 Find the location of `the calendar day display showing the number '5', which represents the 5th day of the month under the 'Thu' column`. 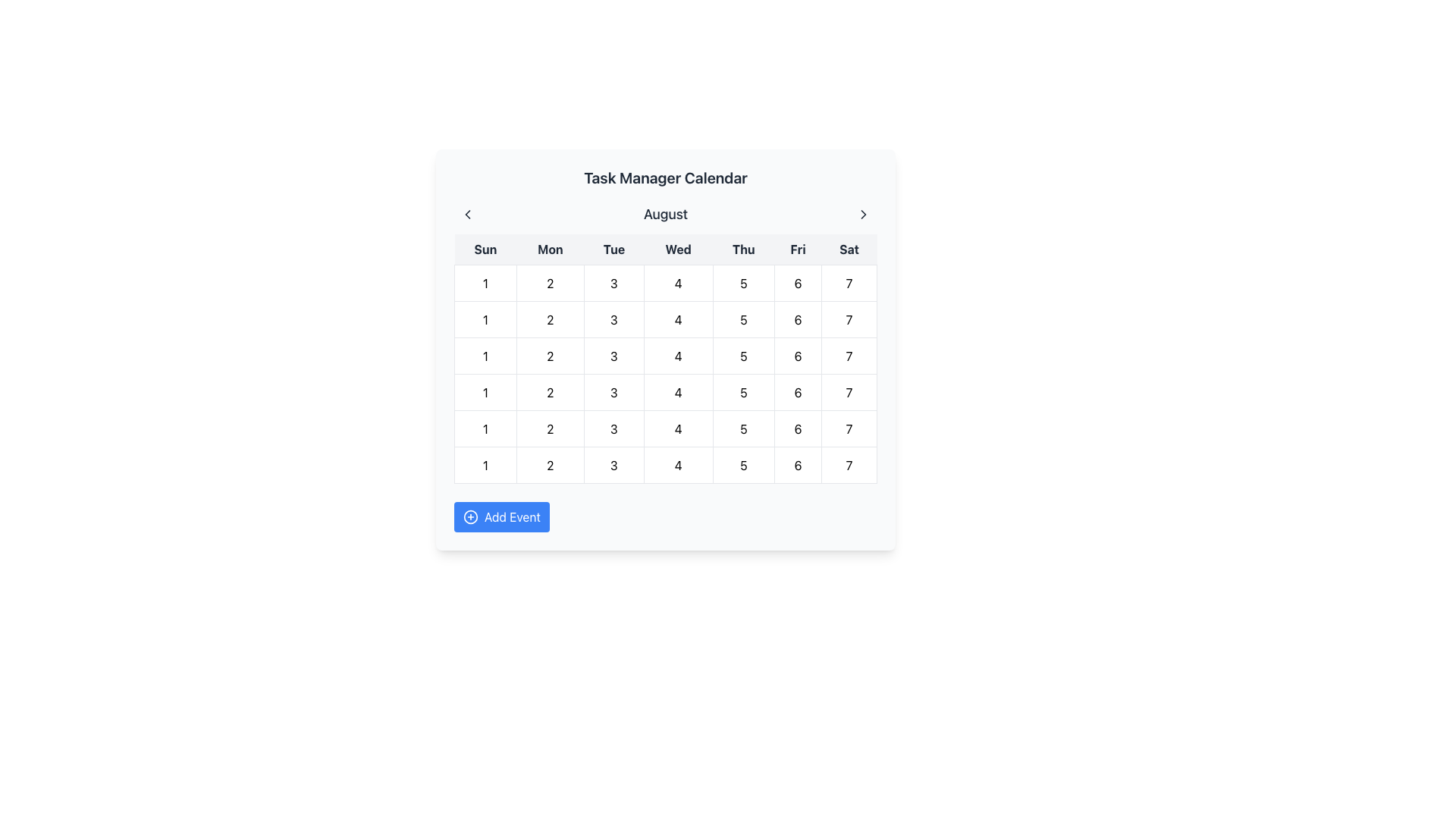

the calendar day display showing the number '5', which represents the 5th day of the month under the 'Thu' column is located at coordinates (743, 283).